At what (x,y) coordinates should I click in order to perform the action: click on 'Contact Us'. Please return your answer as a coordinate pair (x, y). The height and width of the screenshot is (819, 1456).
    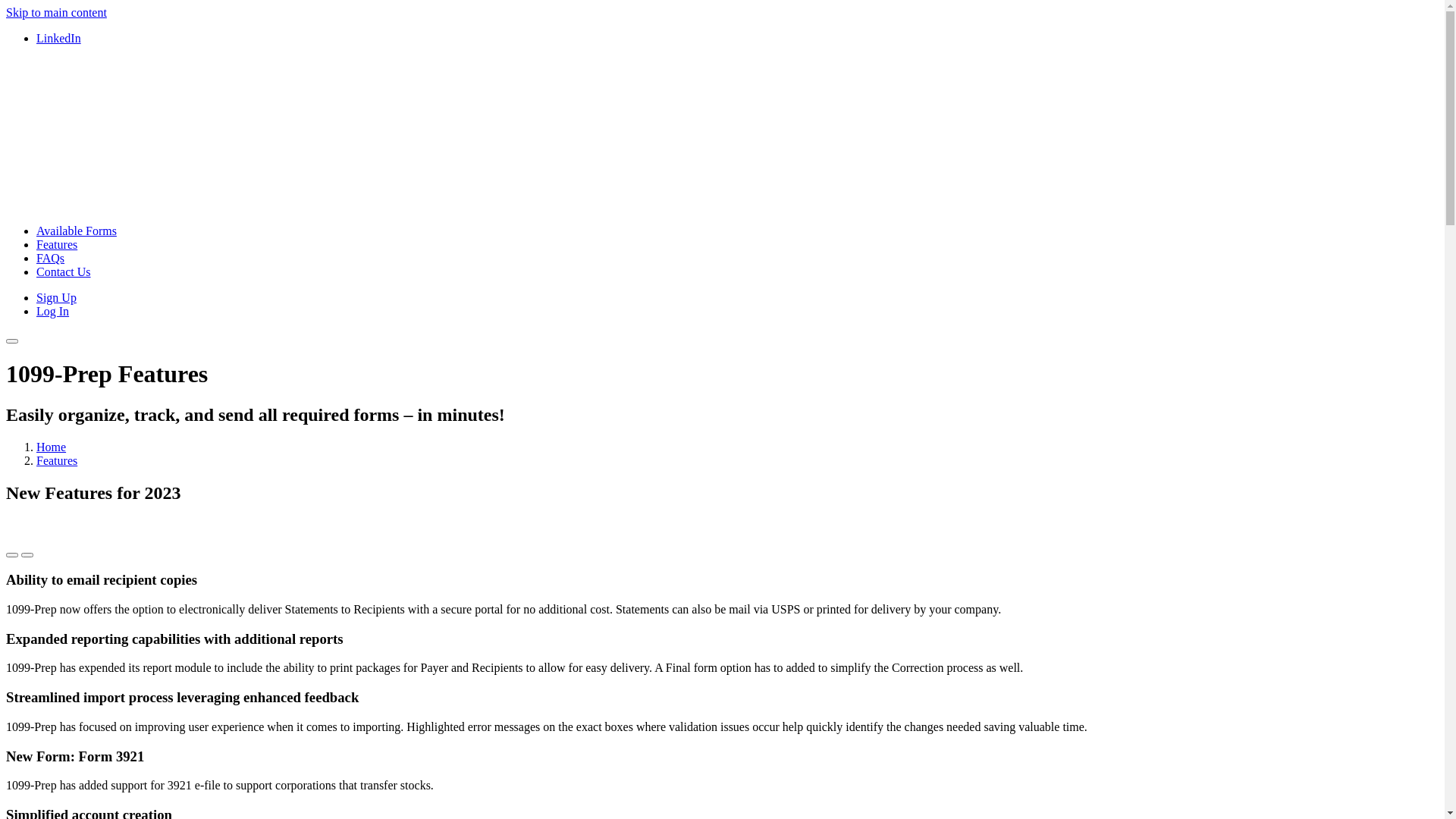
    Looking at the image, I should click on (62, 271).